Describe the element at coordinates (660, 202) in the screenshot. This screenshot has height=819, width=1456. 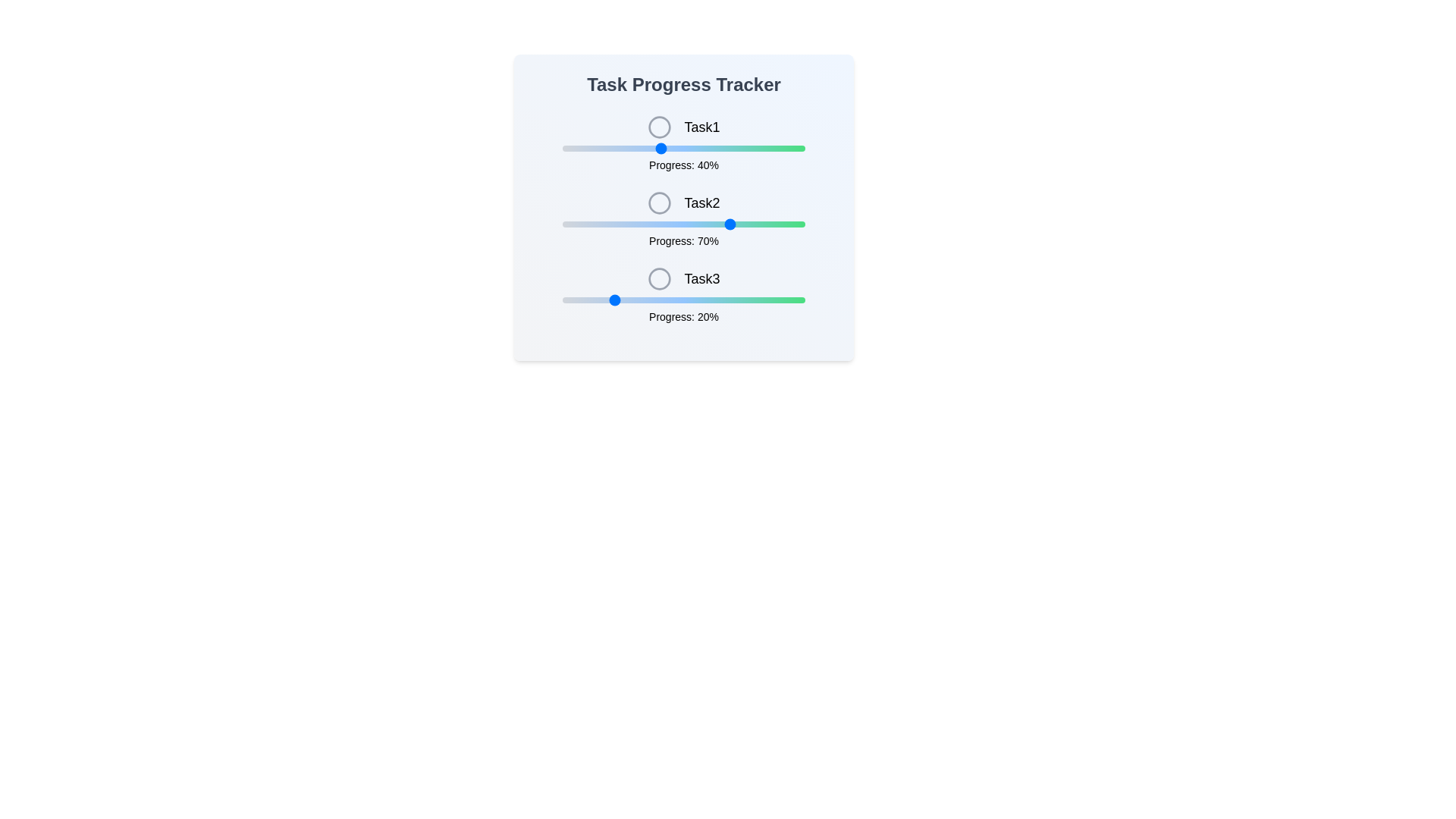
I see `the icon for Task2` at that location.